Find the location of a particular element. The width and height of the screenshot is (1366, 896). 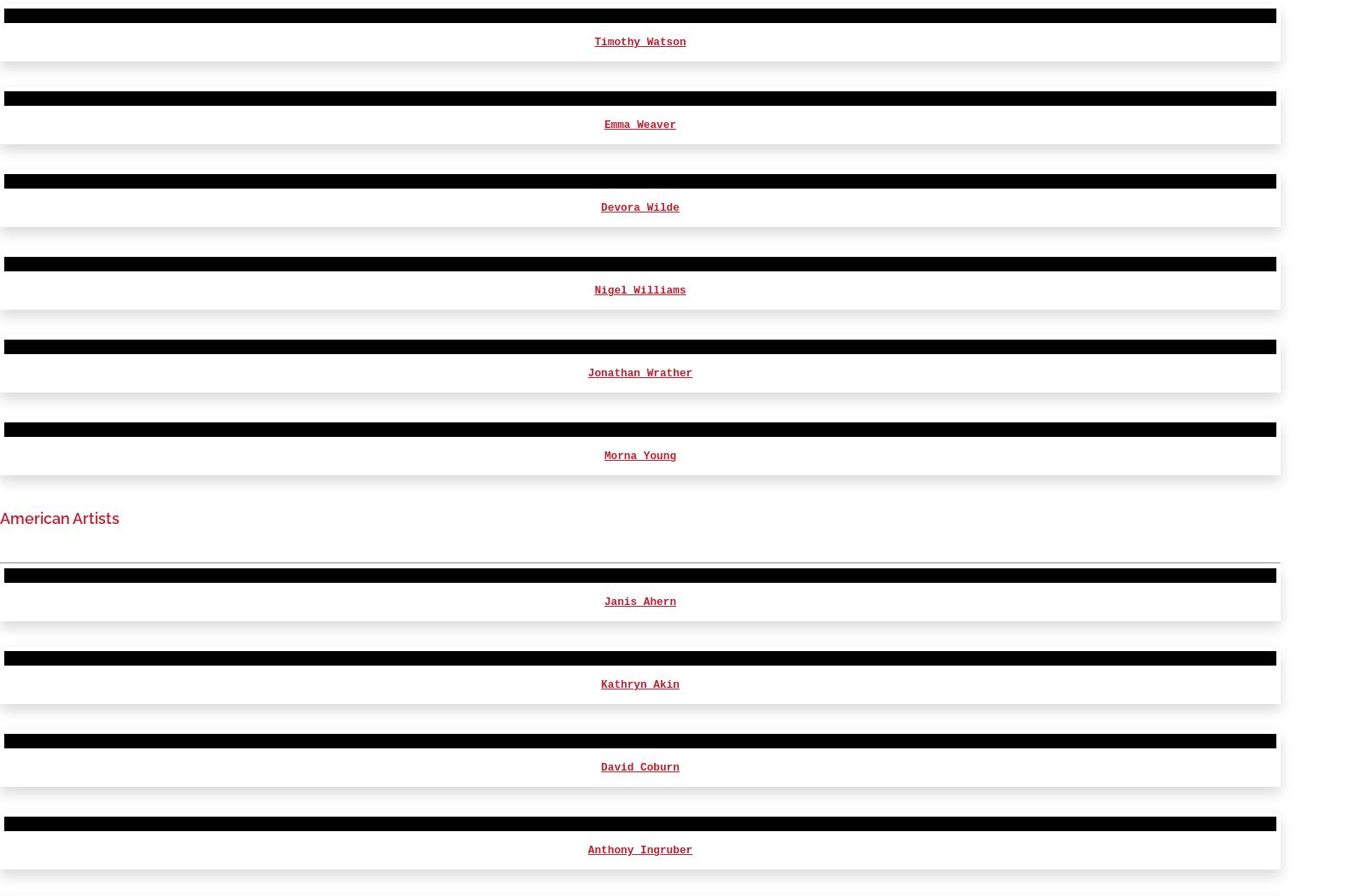

'Sandy Walsh' is located at coordinates (604, 738).